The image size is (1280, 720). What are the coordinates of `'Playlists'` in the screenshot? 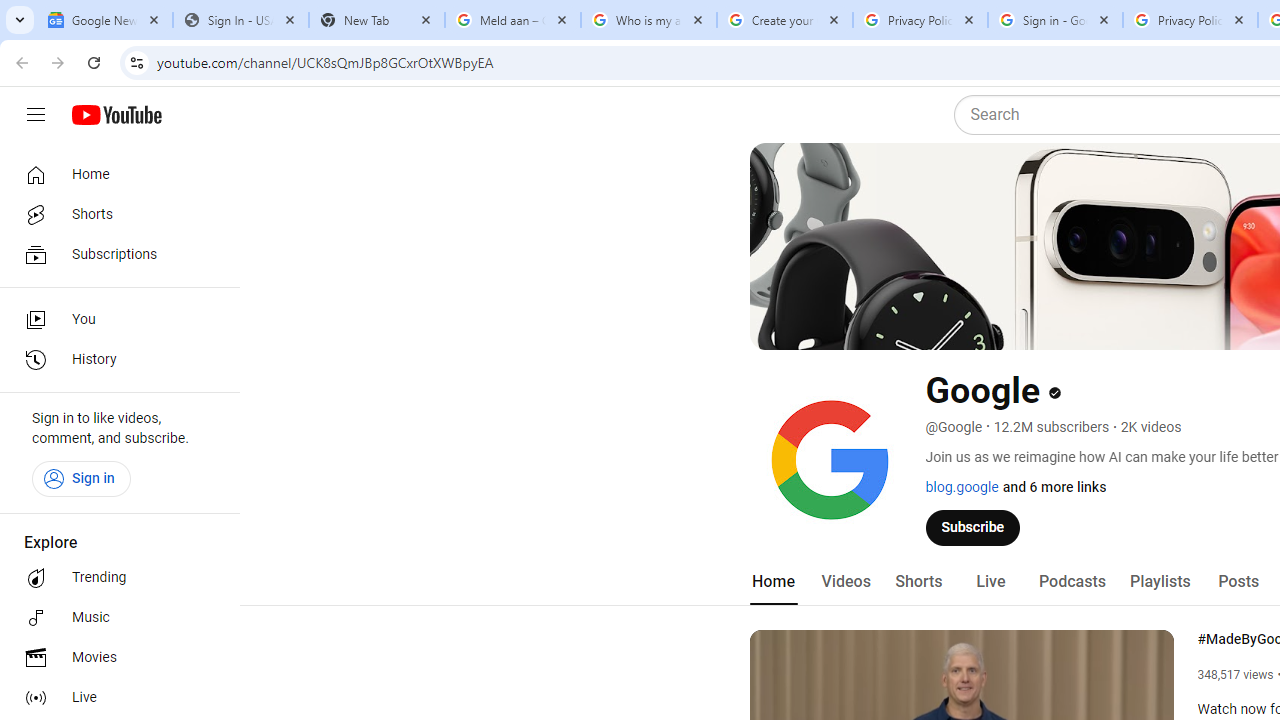 It's located at (1160, 581).